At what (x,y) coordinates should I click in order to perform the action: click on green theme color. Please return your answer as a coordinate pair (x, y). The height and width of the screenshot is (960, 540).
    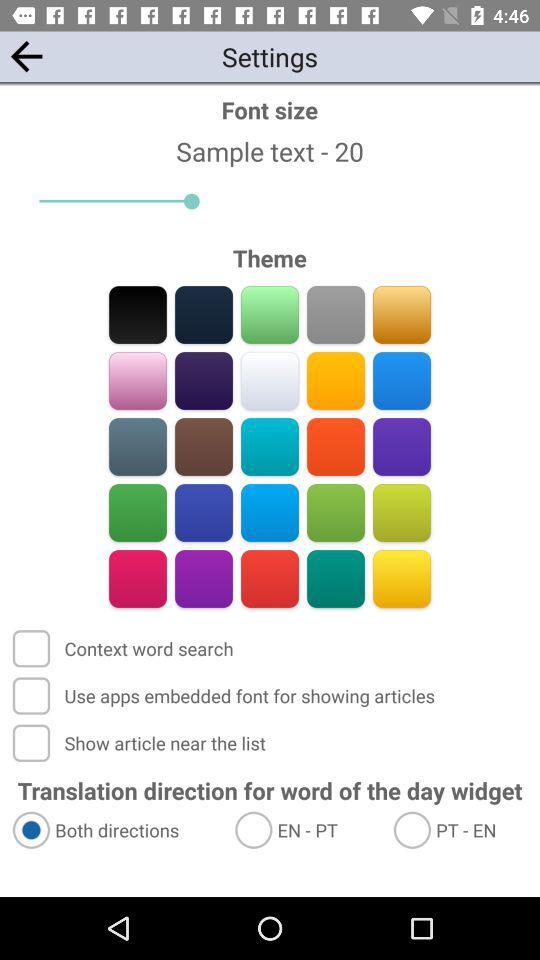
    Looking at the image, I should click on (270, 314).